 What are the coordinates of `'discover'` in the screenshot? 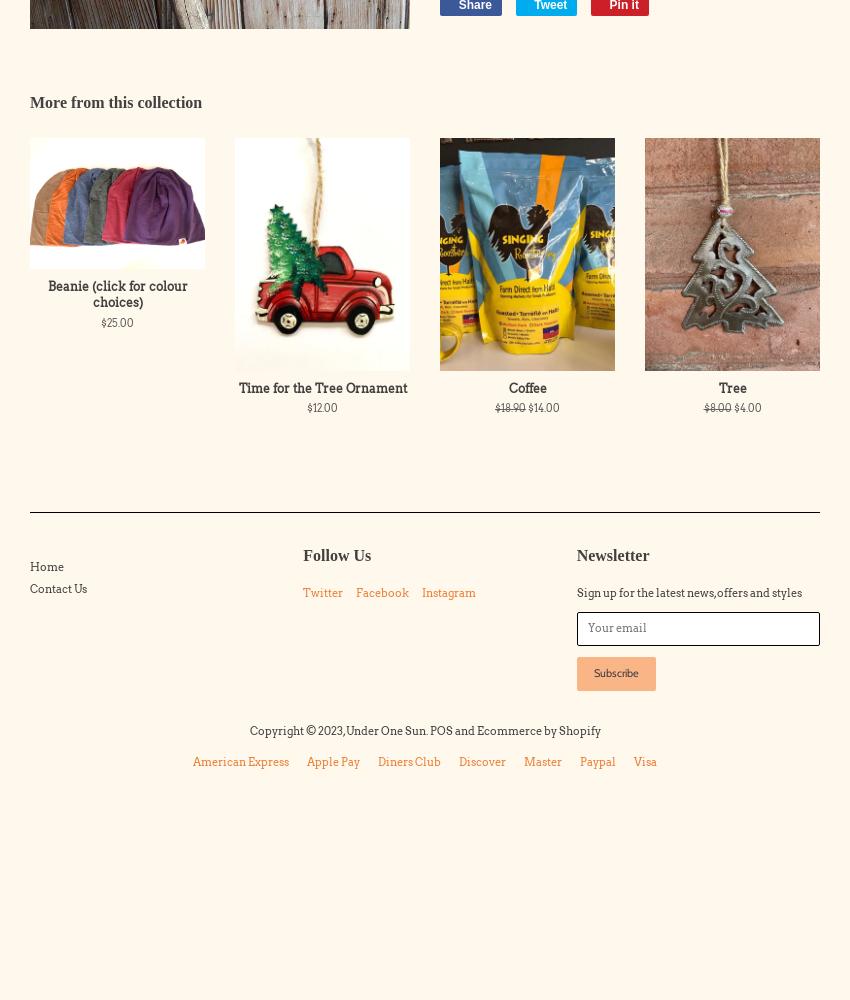 It's located at (458, 761).